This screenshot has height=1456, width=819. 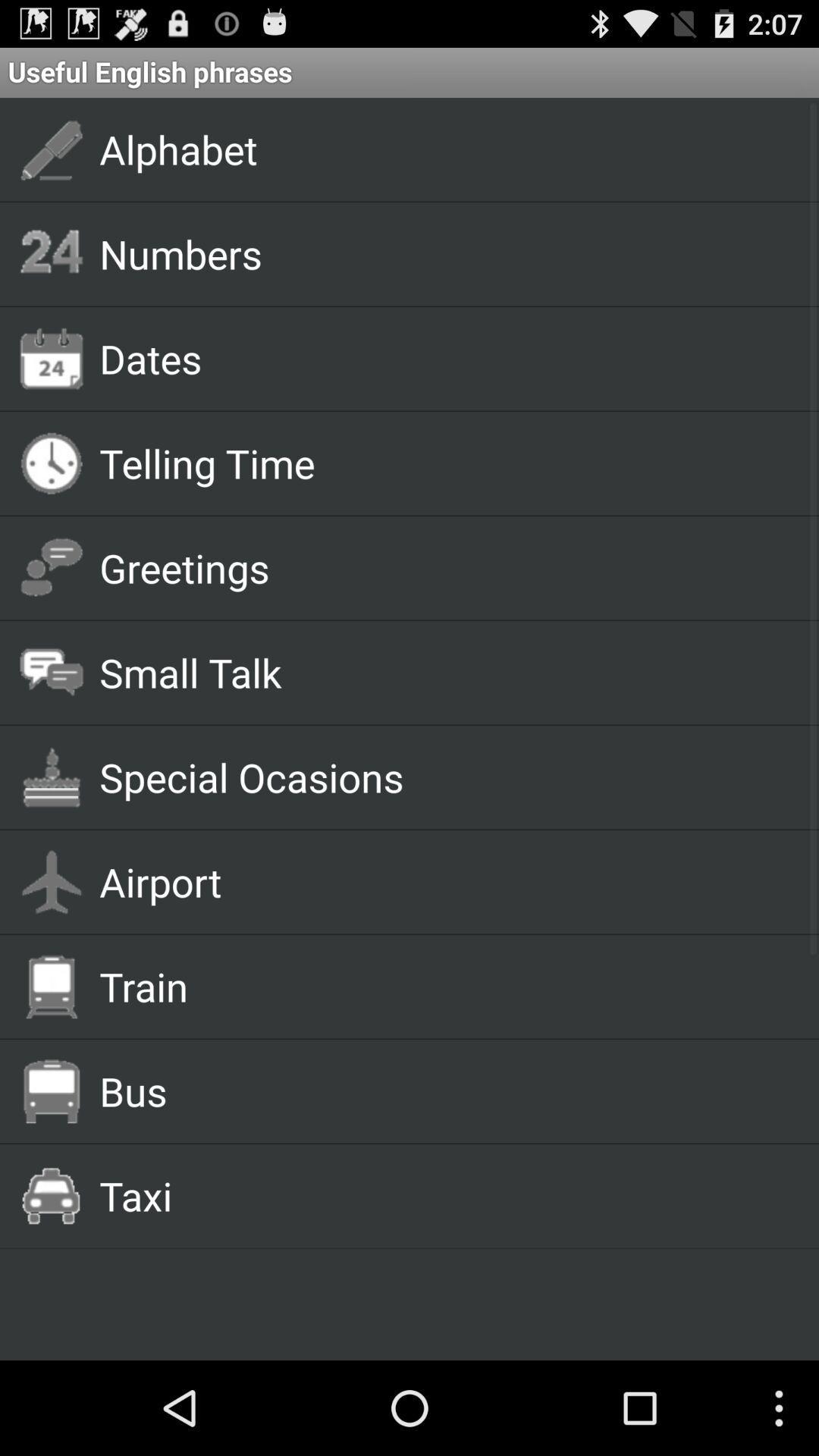 I want to click on app below useful english phrases item, so click(x=441, y=149).